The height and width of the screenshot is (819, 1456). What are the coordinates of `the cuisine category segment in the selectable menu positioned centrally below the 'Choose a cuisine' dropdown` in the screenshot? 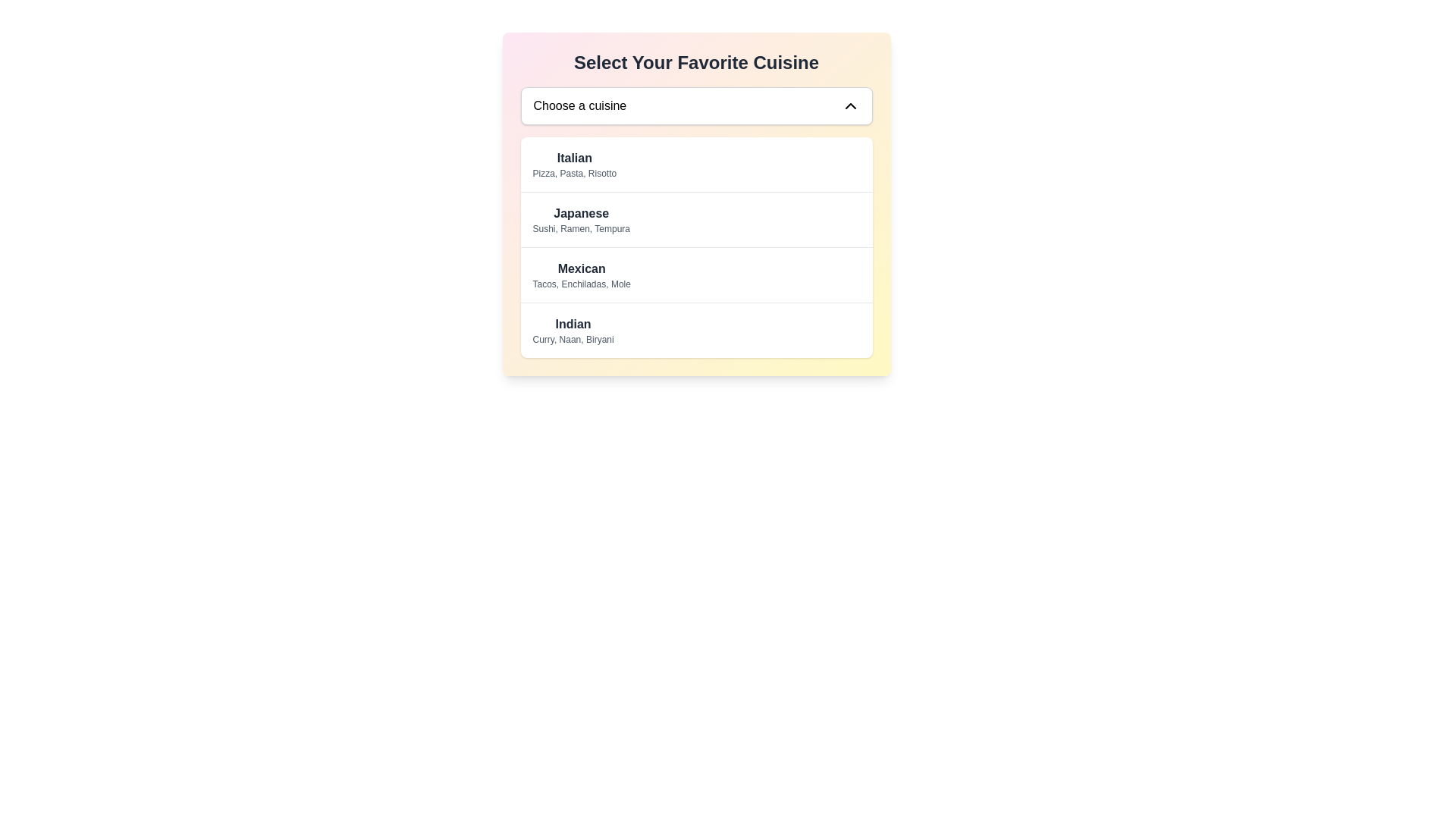 It's located at (695, 246).